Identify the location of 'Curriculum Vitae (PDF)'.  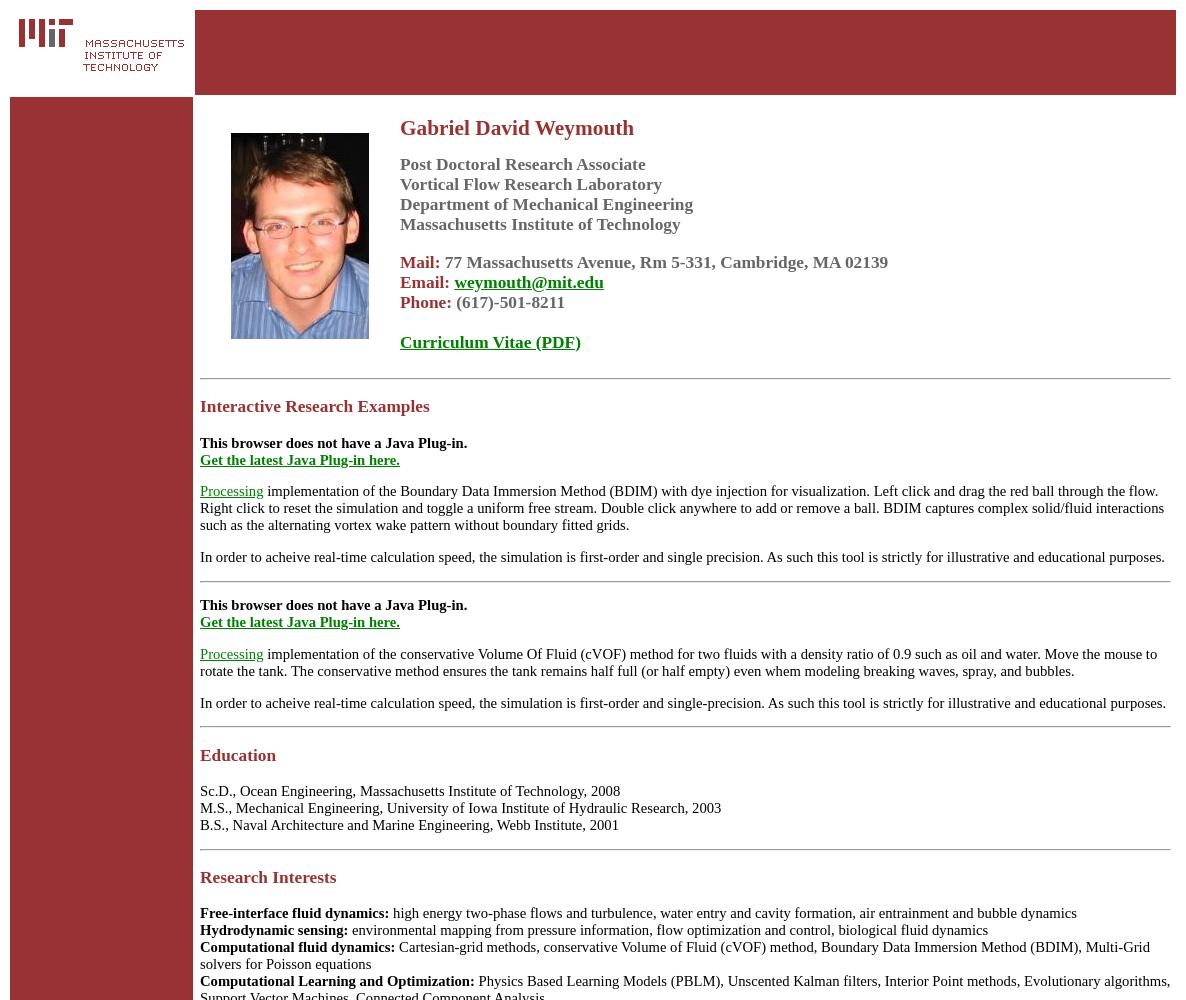
(399, 340).